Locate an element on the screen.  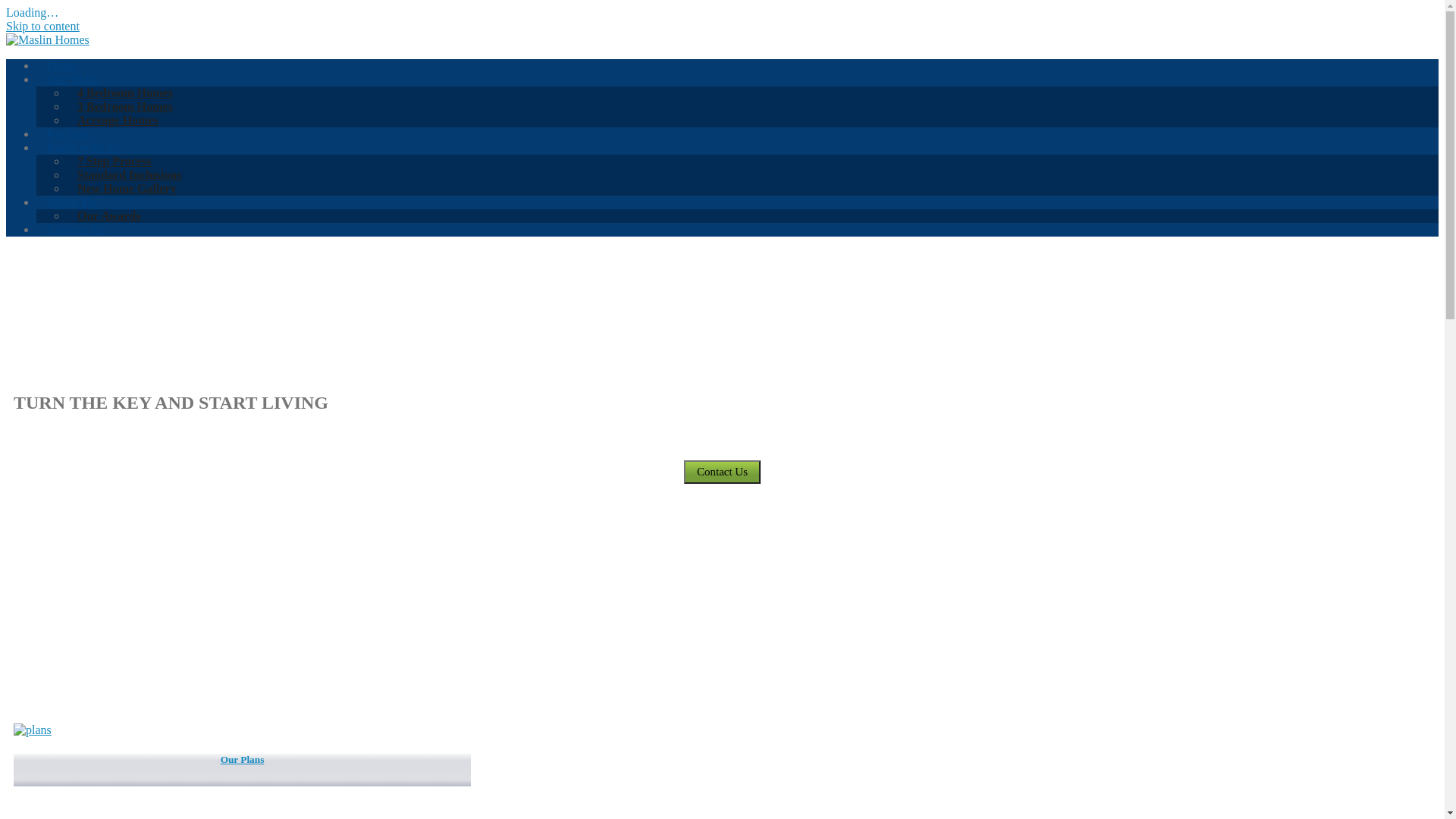
'Our Awards' is located at coordinates (108, 215).